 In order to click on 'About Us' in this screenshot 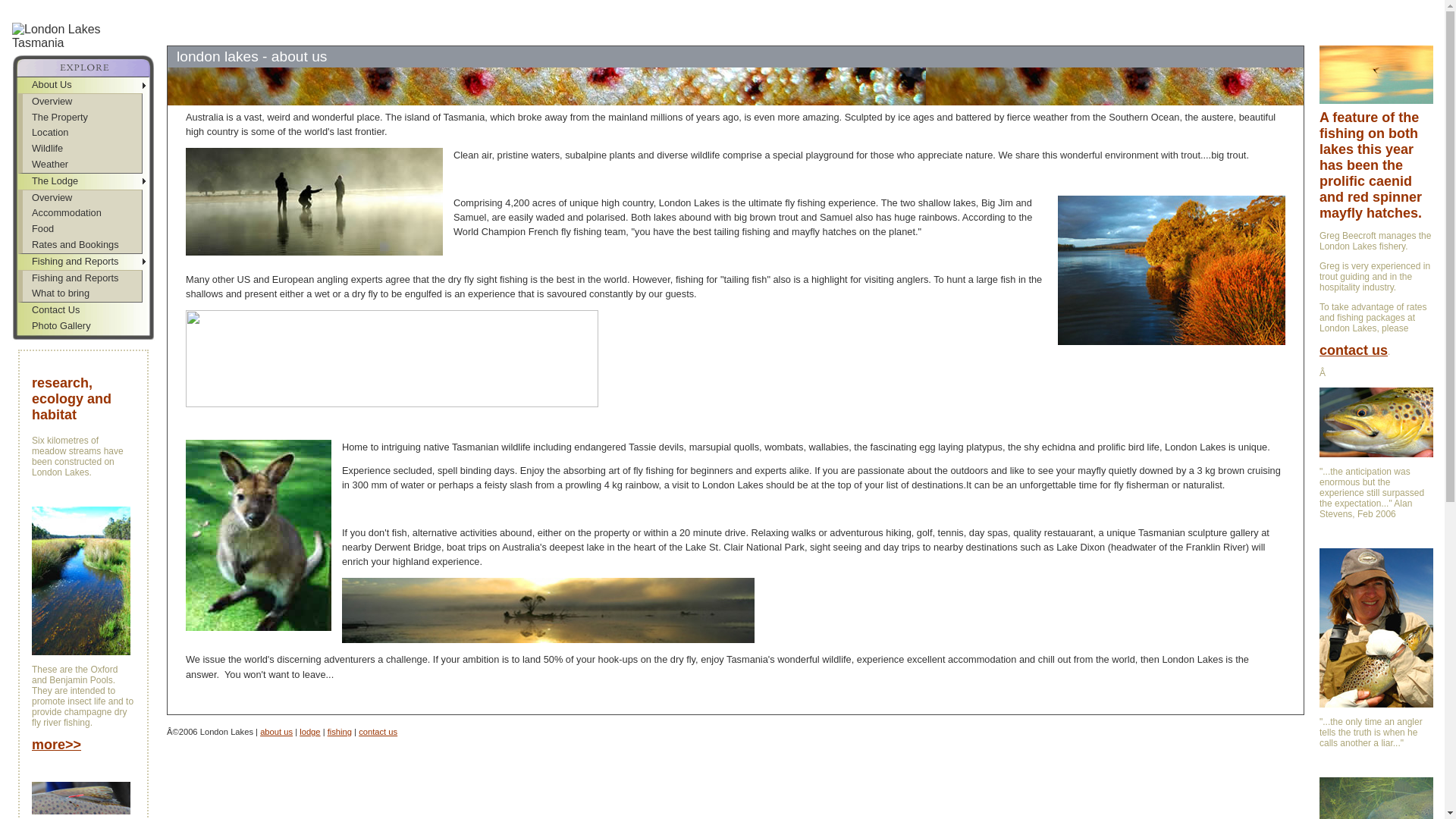, I will do `click(18, 85)`.